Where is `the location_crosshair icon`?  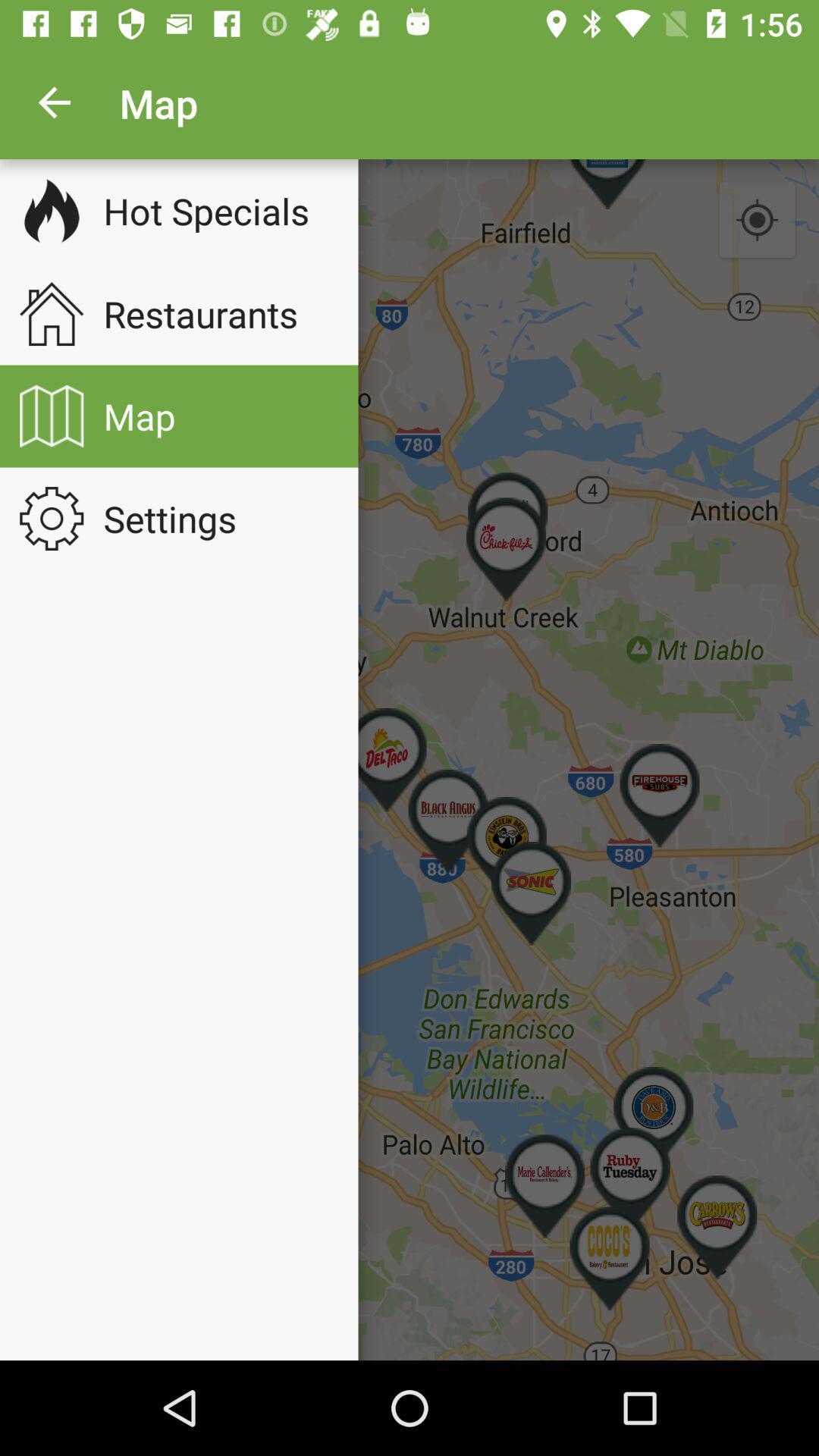
the location_crosshair icon is located at coordinates (757, 220).